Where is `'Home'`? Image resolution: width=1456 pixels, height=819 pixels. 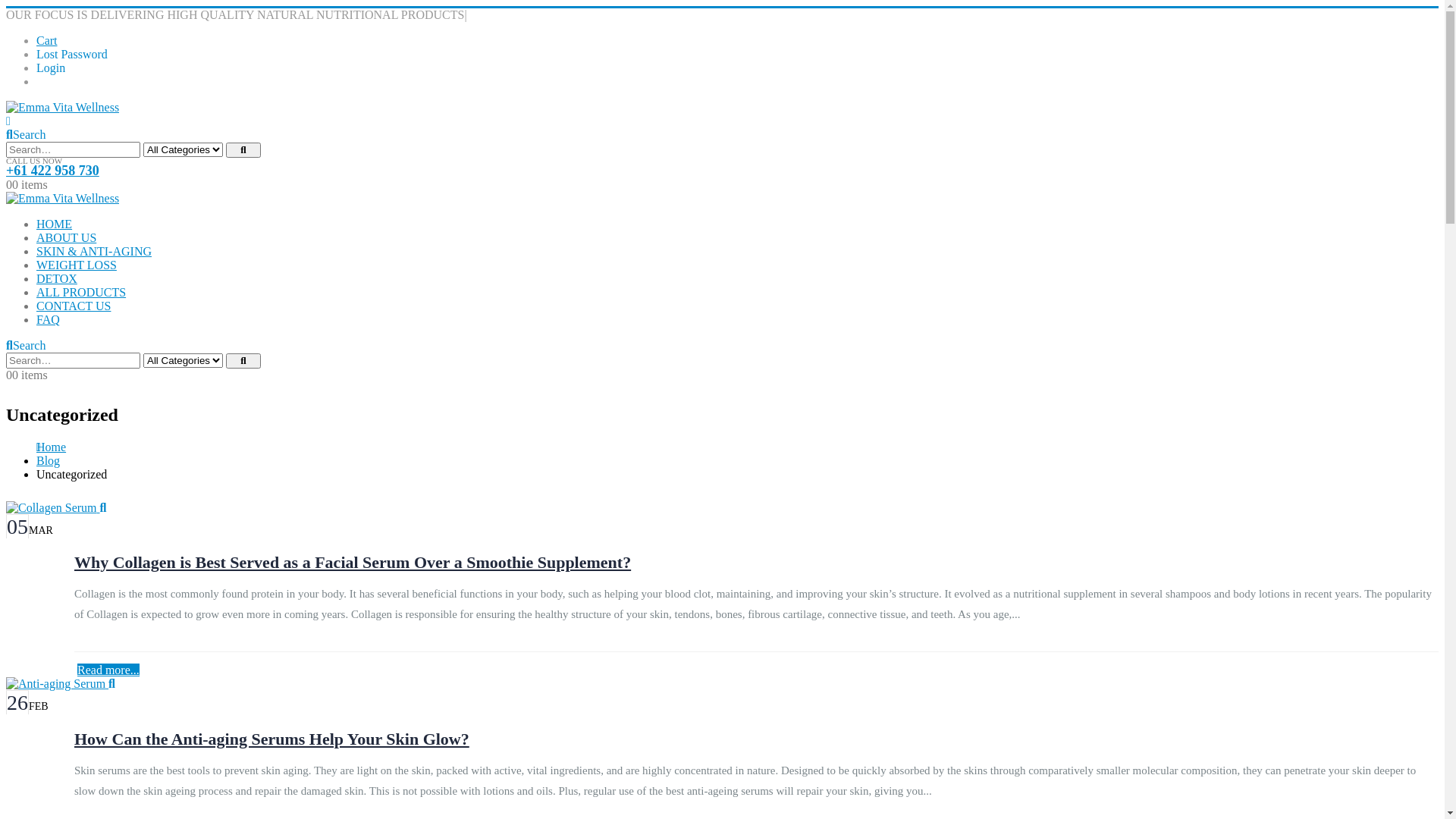 'Home' is located at coordinates (51, 446).